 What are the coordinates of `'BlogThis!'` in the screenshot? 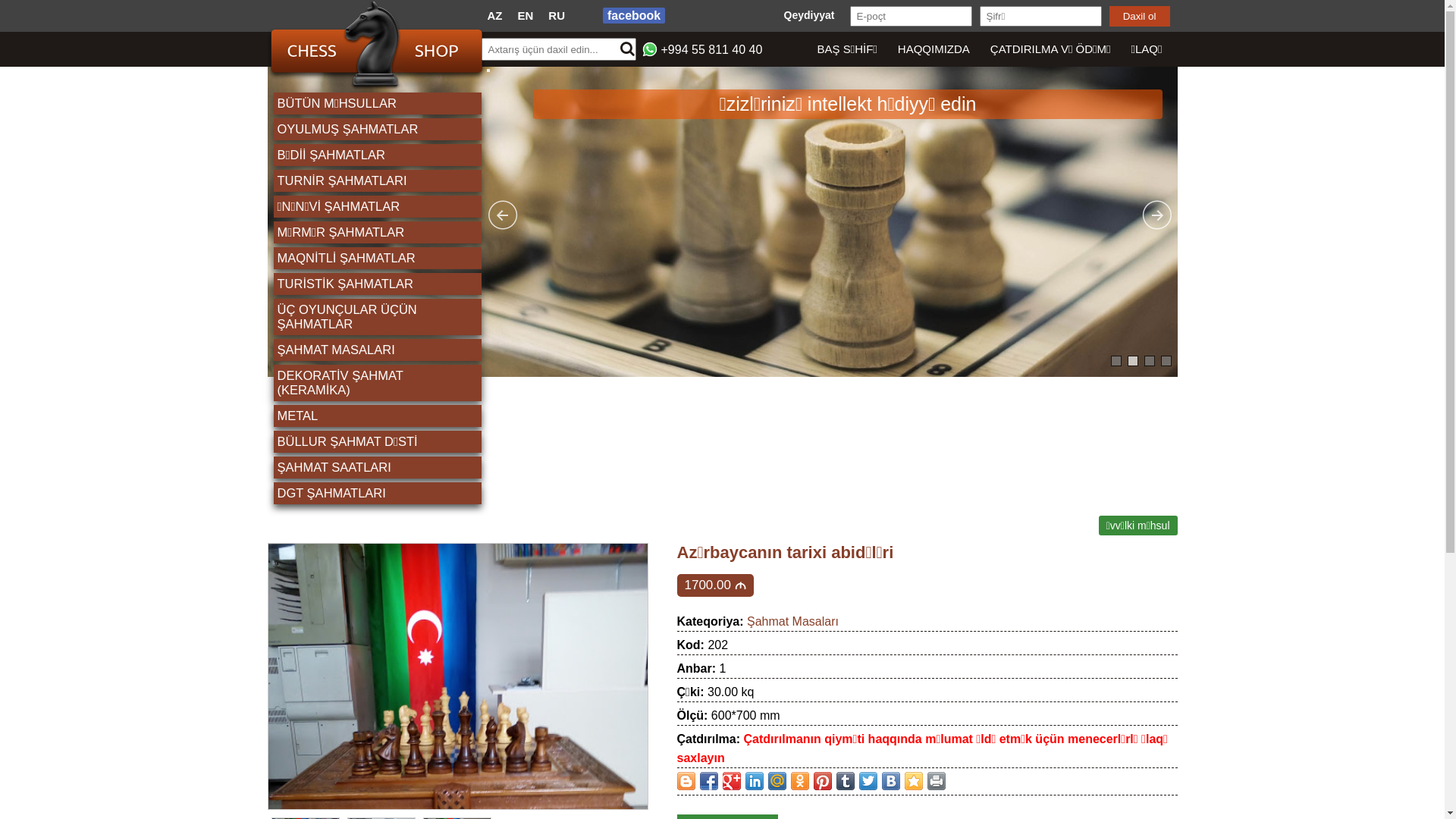 It's located at (676, 780).